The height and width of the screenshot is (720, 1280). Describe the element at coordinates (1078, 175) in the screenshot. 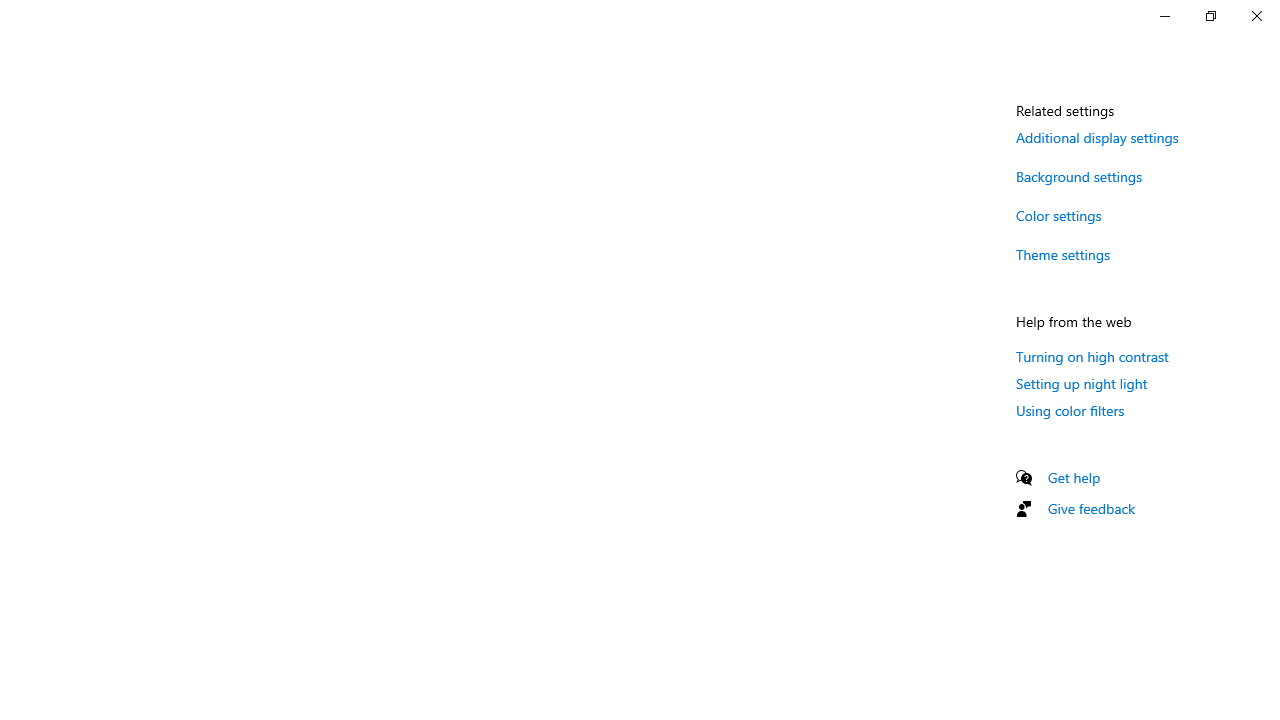

I see `'Background settings'` at that location.